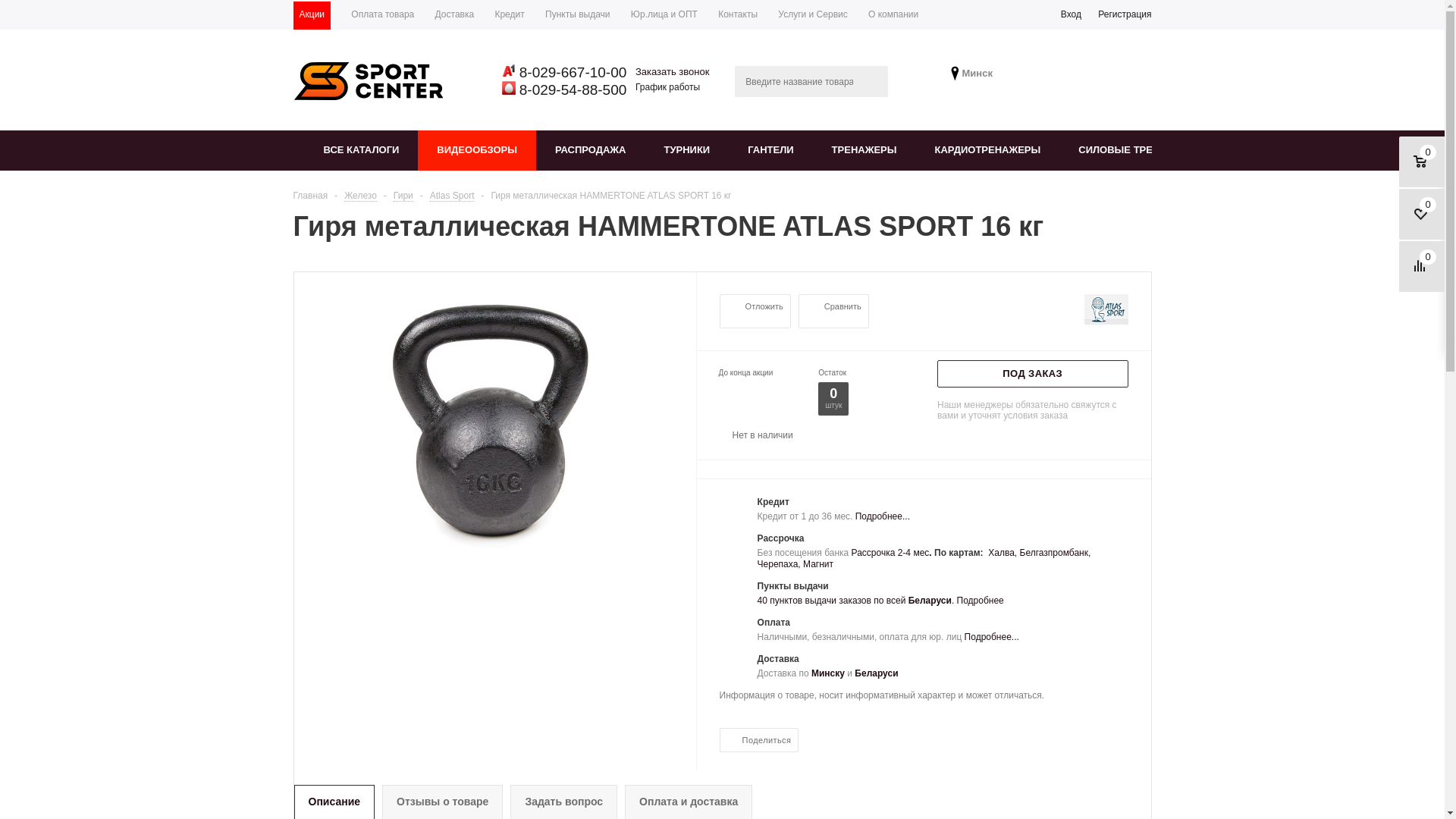 The height and width of the screenshot is (819, 1456). Describe the element at coordinates (570, 72) in the screenshot. I see `'8-029-667-10-00'` at that location.